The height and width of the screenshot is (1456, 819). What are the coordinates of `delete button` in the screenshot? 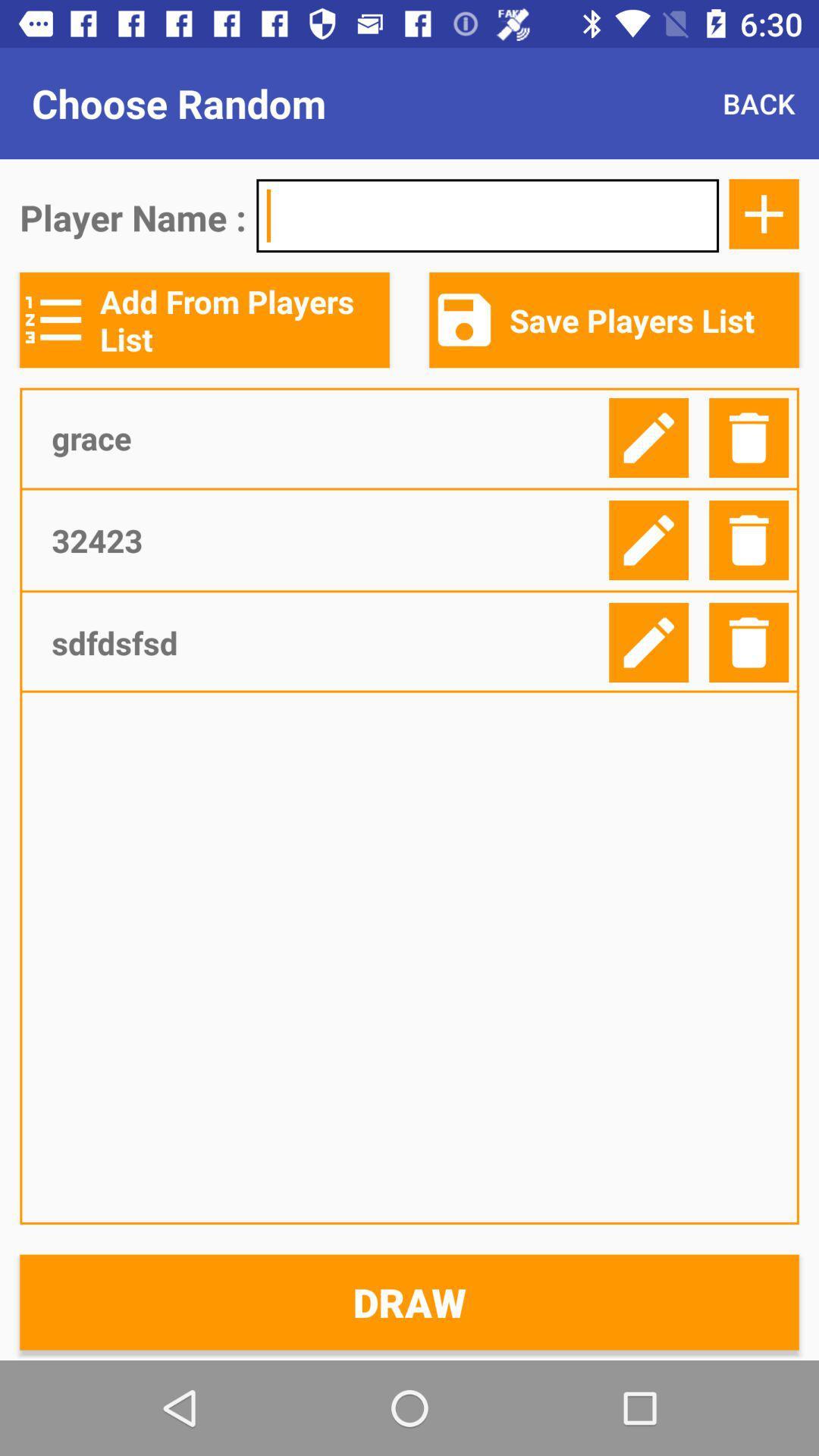 It's located at (748, 540).